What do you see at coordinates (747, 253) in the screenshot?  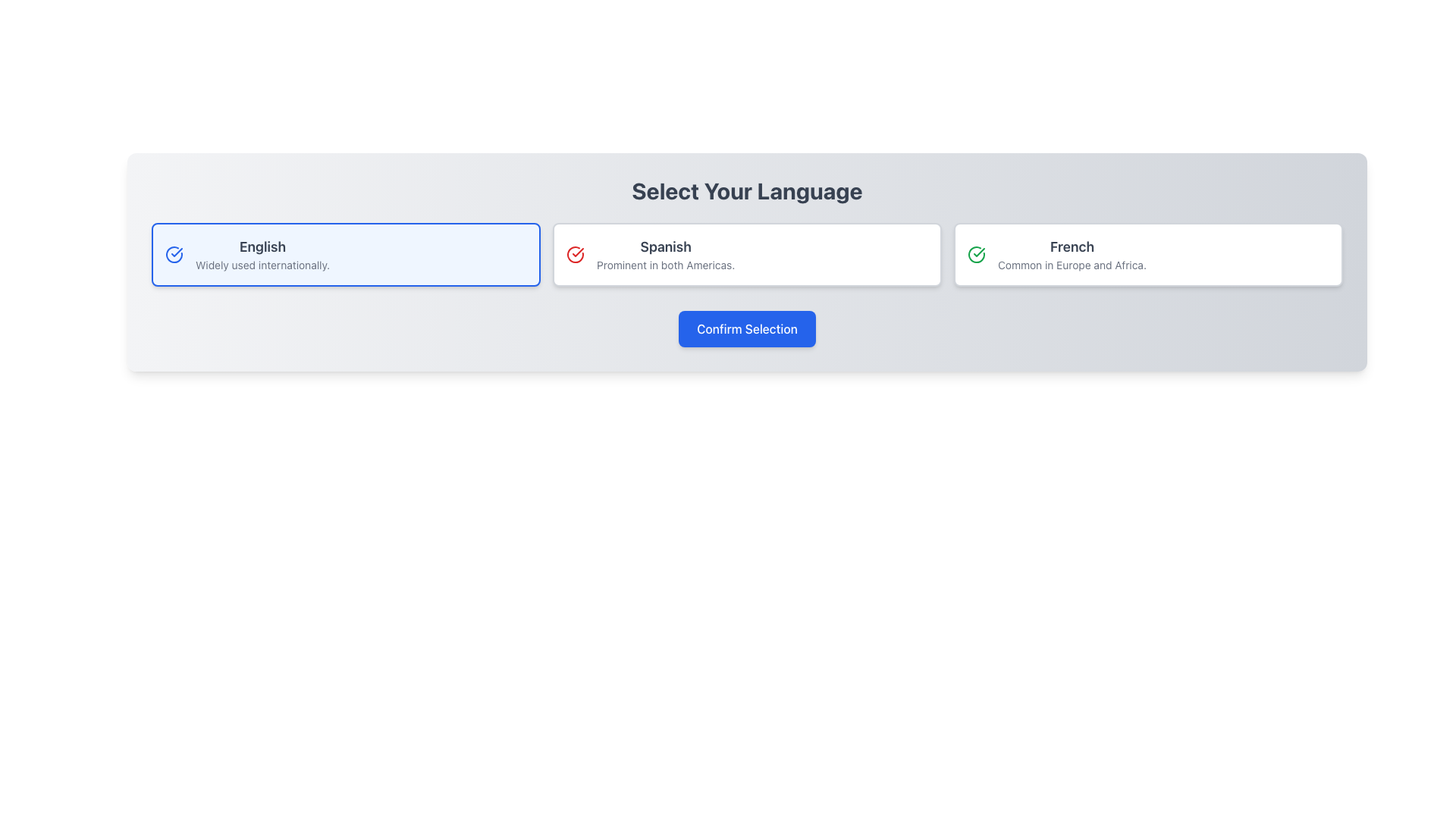 I see `the Spanish language selection button located in the second column of the three-column grid, positioned between the 'English' and 'French' cards` at bounding box center [747, 253].